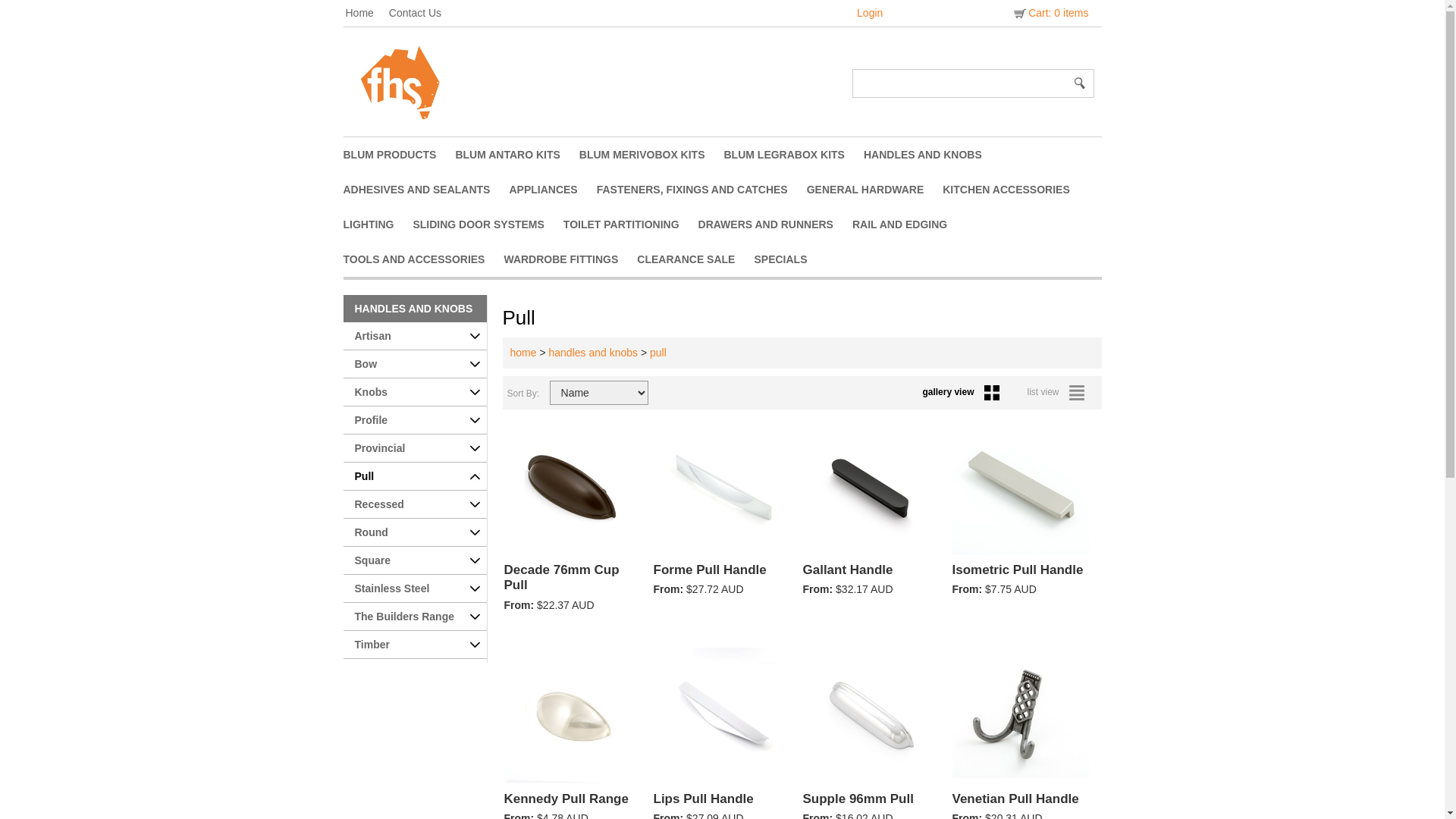 The image size is (1456, 819). I want to click on 'Pull', so click(414, 475).